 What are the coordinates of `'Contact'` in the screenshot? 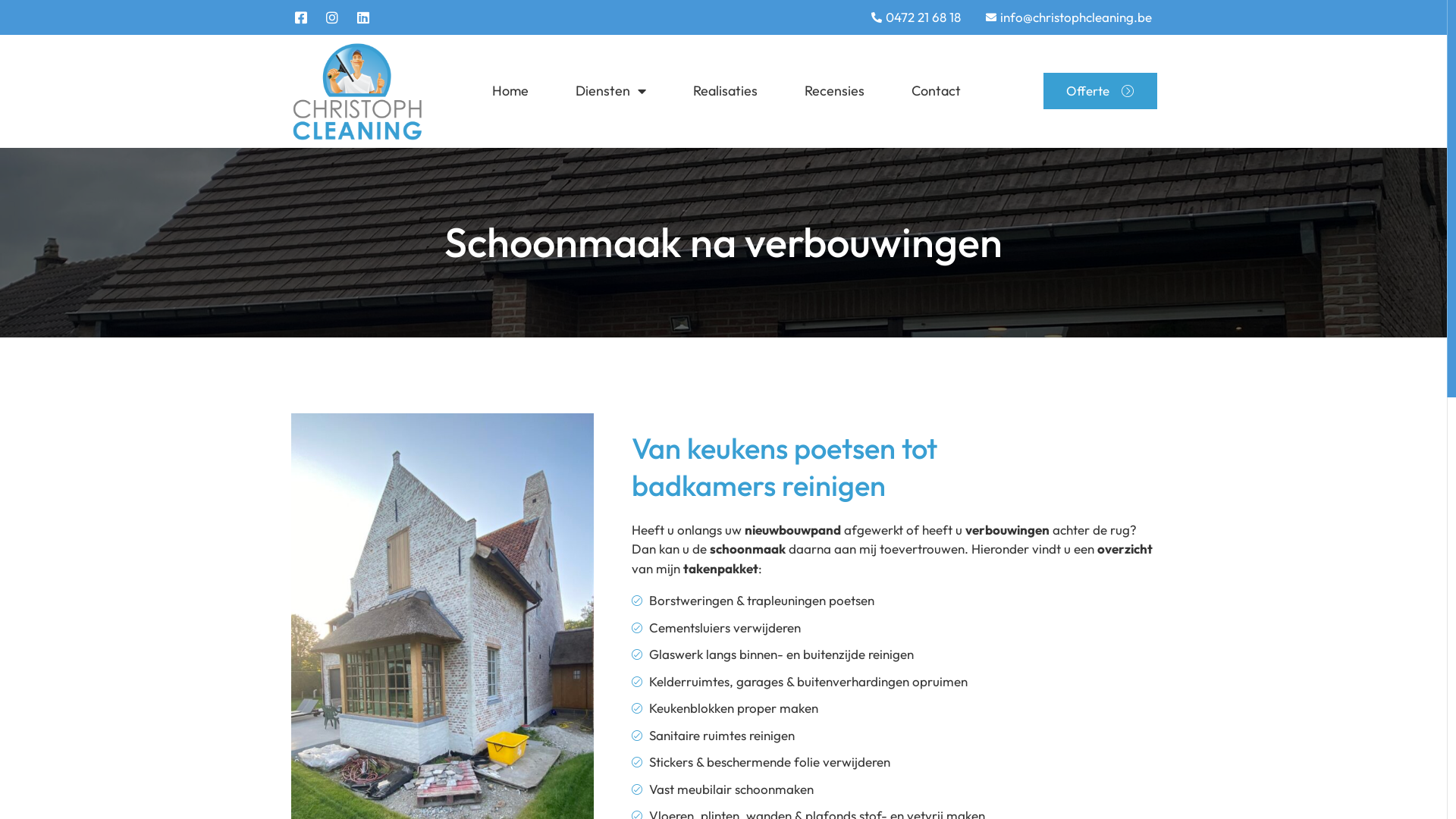 It's located at (935, 90).